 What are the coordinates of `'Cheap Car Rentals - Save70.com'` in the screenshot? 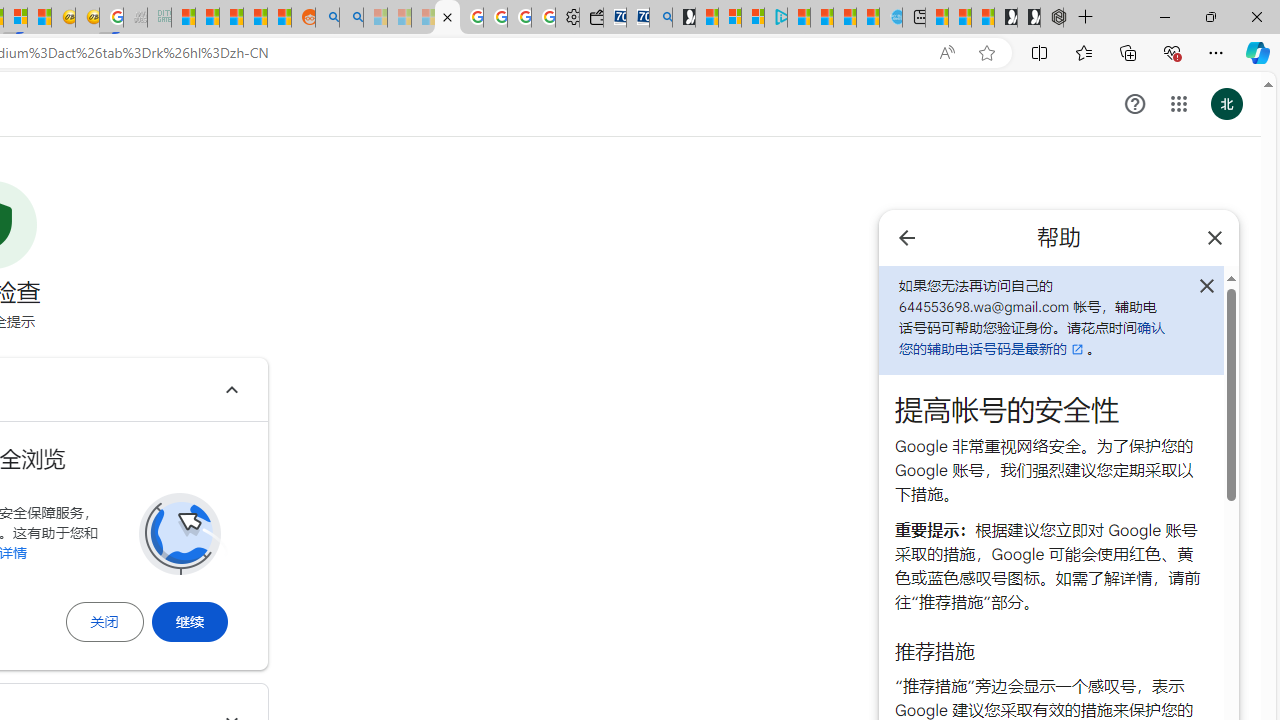 It's located at (637, 17).